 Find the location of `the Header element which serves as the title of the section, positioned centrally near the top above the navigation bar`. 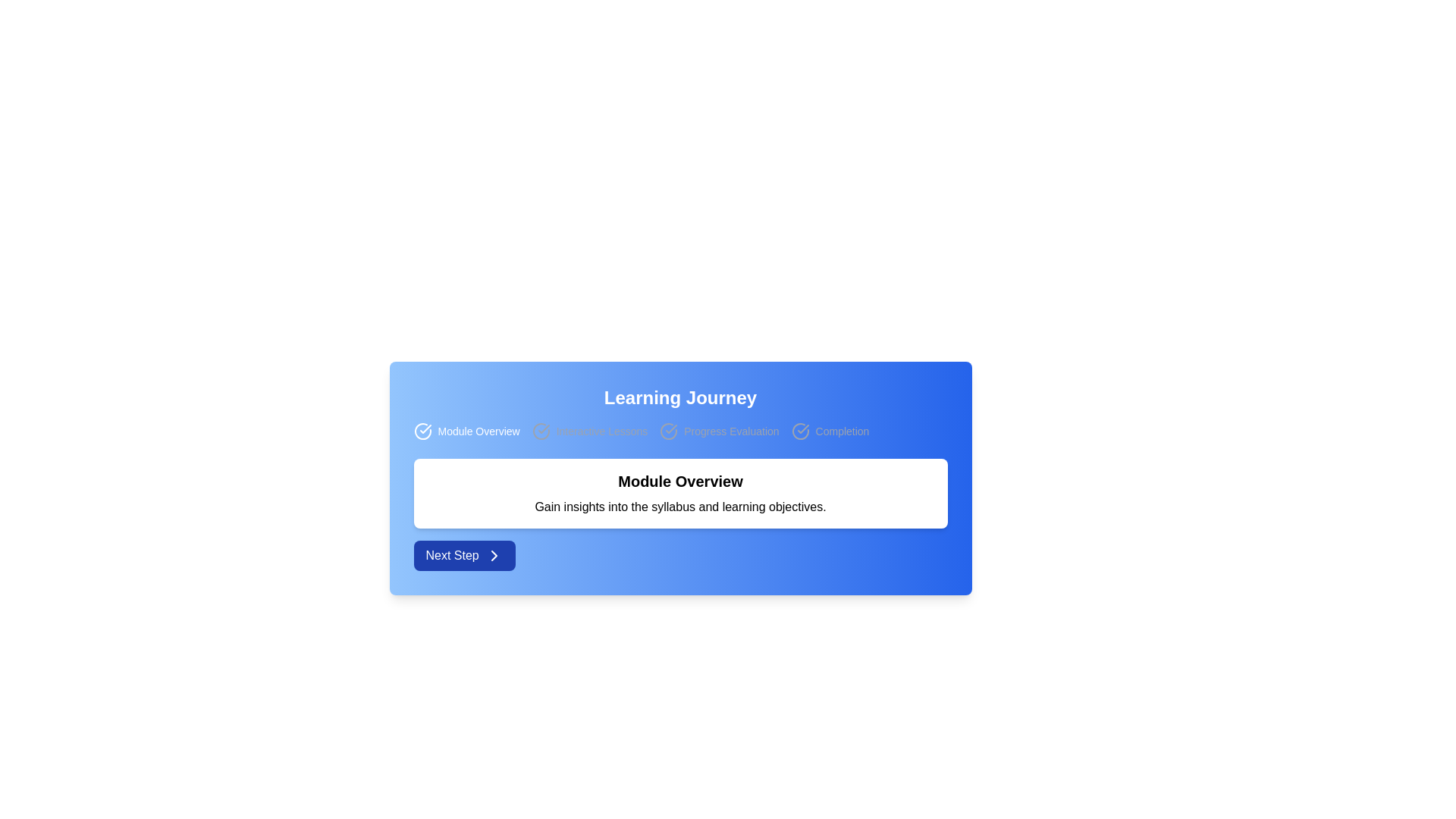

the Header element which serves as the title of the section, positioned centrally near the top above the navigation bar is located at coordinates (679, 397).